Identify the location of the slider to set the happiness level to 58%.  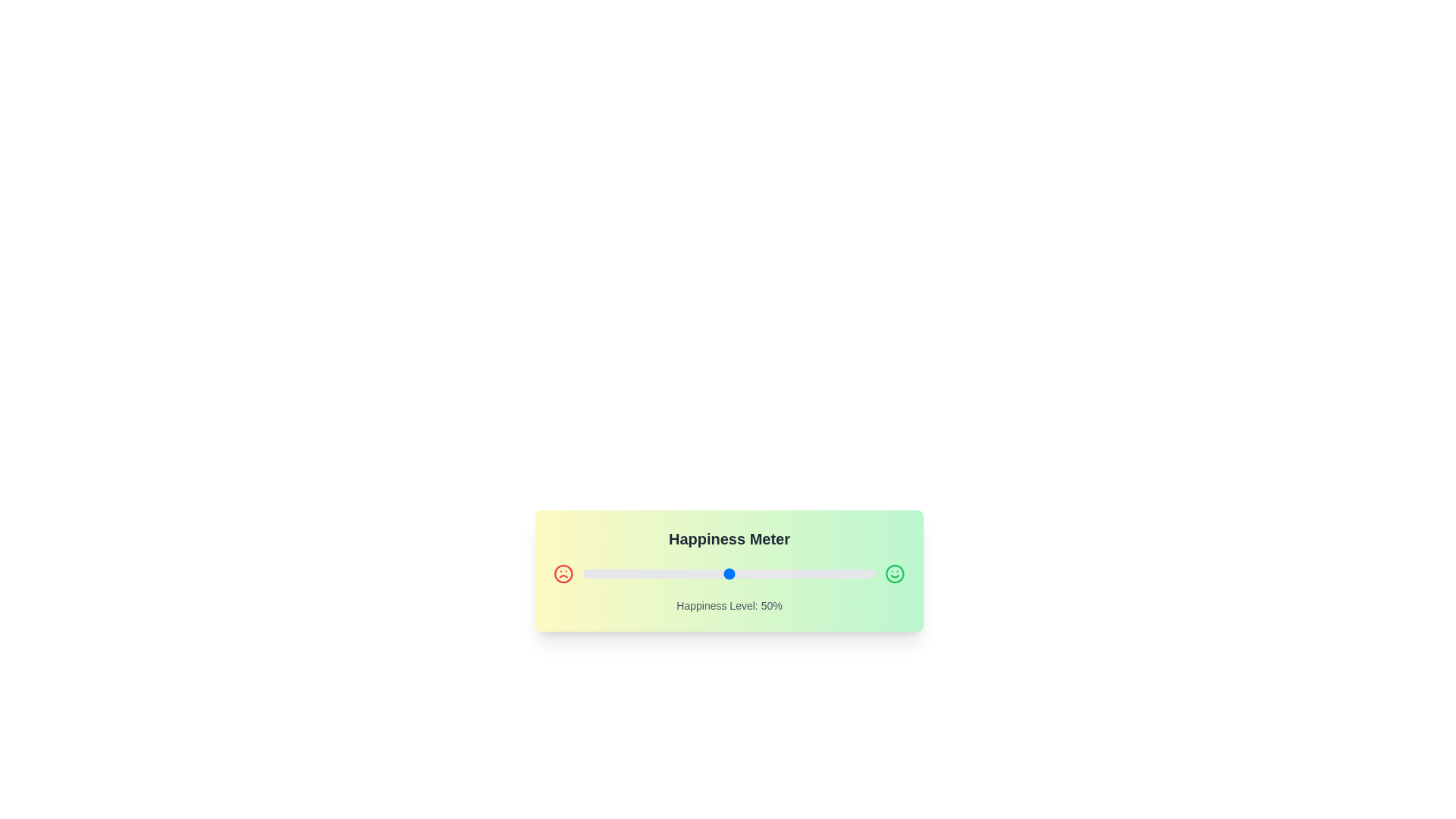
(753, 573).